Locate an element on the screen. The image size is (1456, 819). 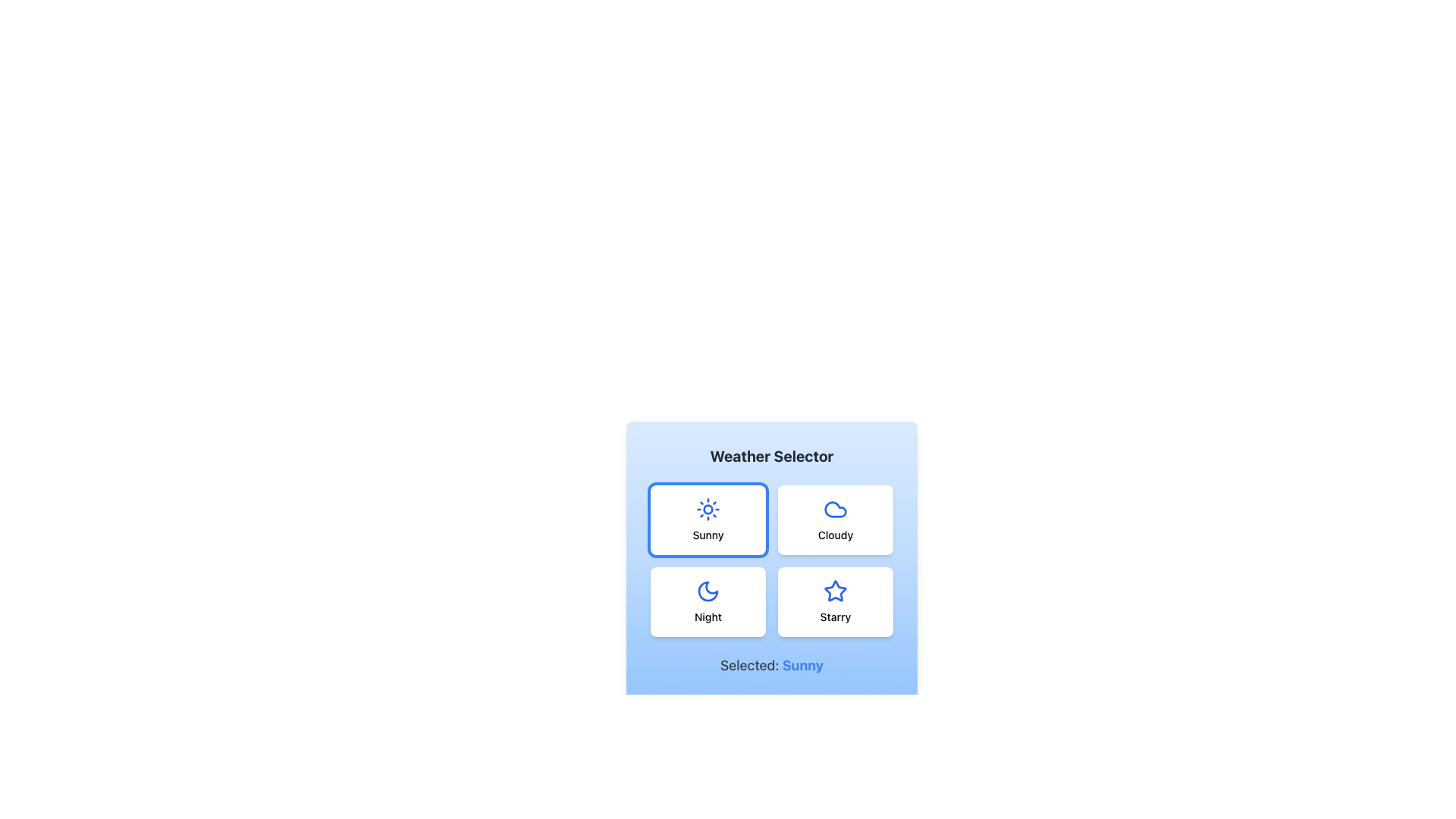
the star icon with a blue outline located at the top-center of the 'Starry' button, which is part of a 2x2 grid layout in the bottom-right corner is located at coordinates (835, 590).